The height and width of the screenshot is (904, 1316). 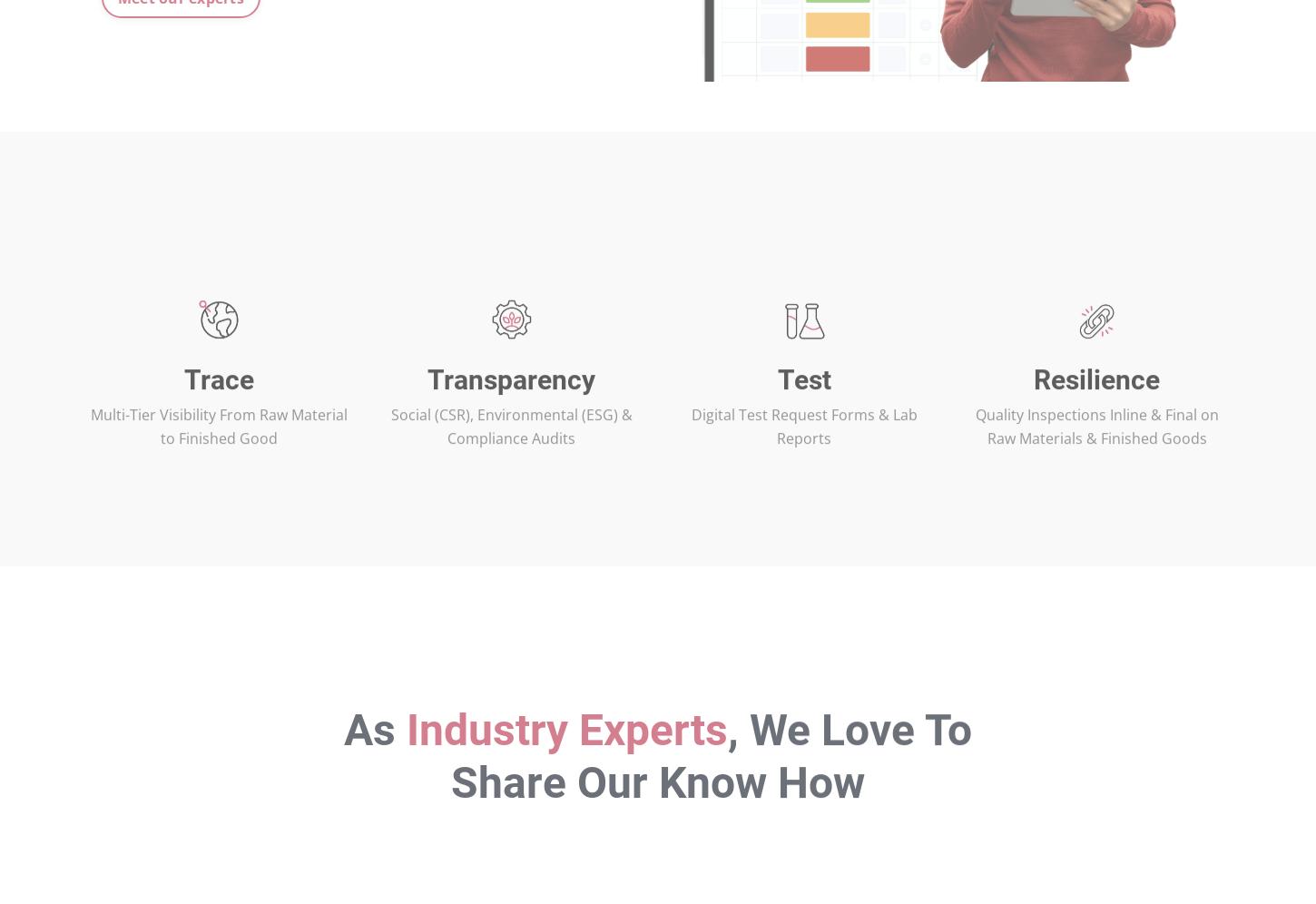 I want to click on ', We Love To Share Our Know How', so click(x=712, y=812).